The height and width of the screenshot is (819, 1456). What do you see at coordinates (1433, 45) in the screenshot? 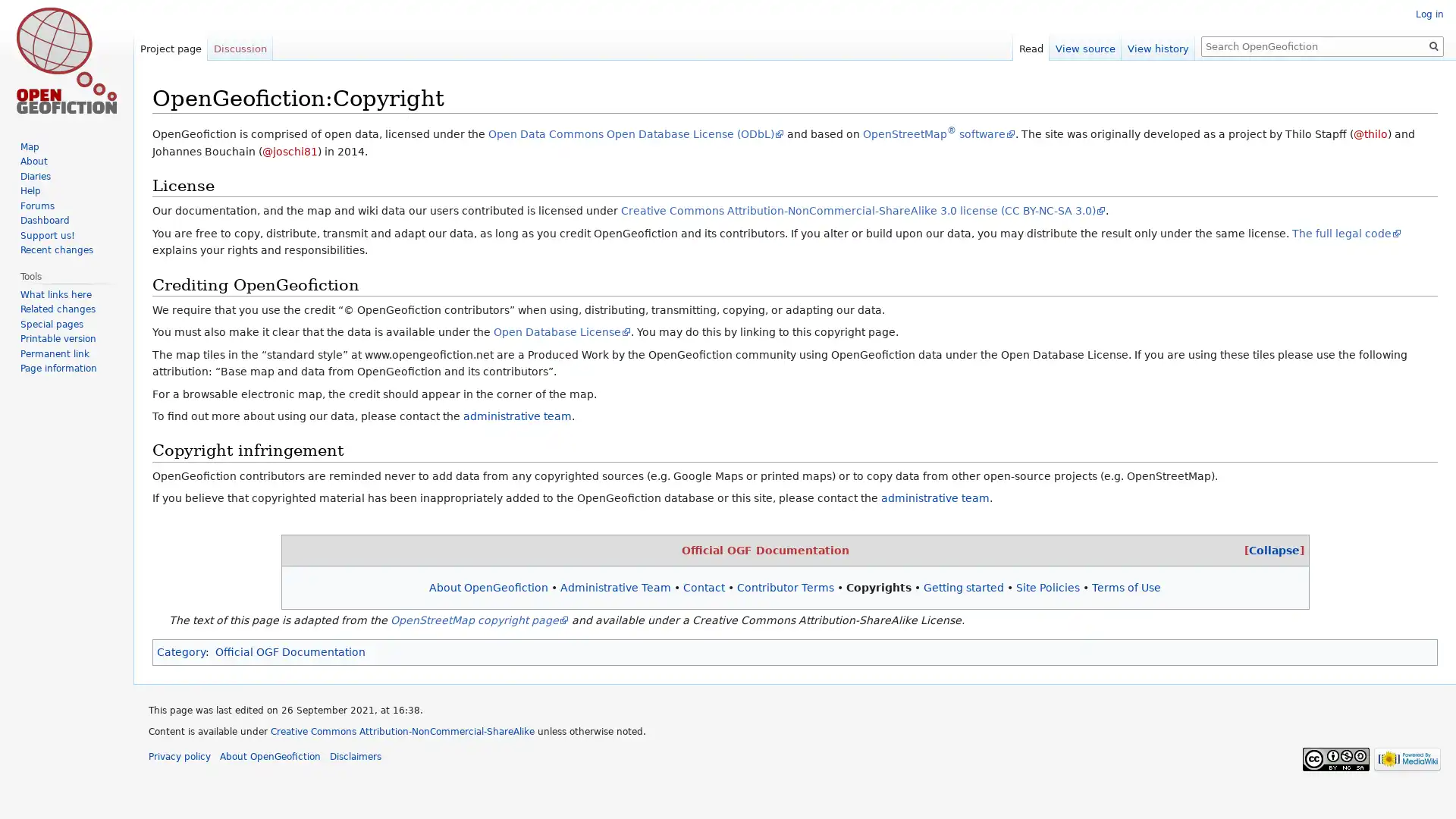
I see `Search` at bounding box center [1433, 45].